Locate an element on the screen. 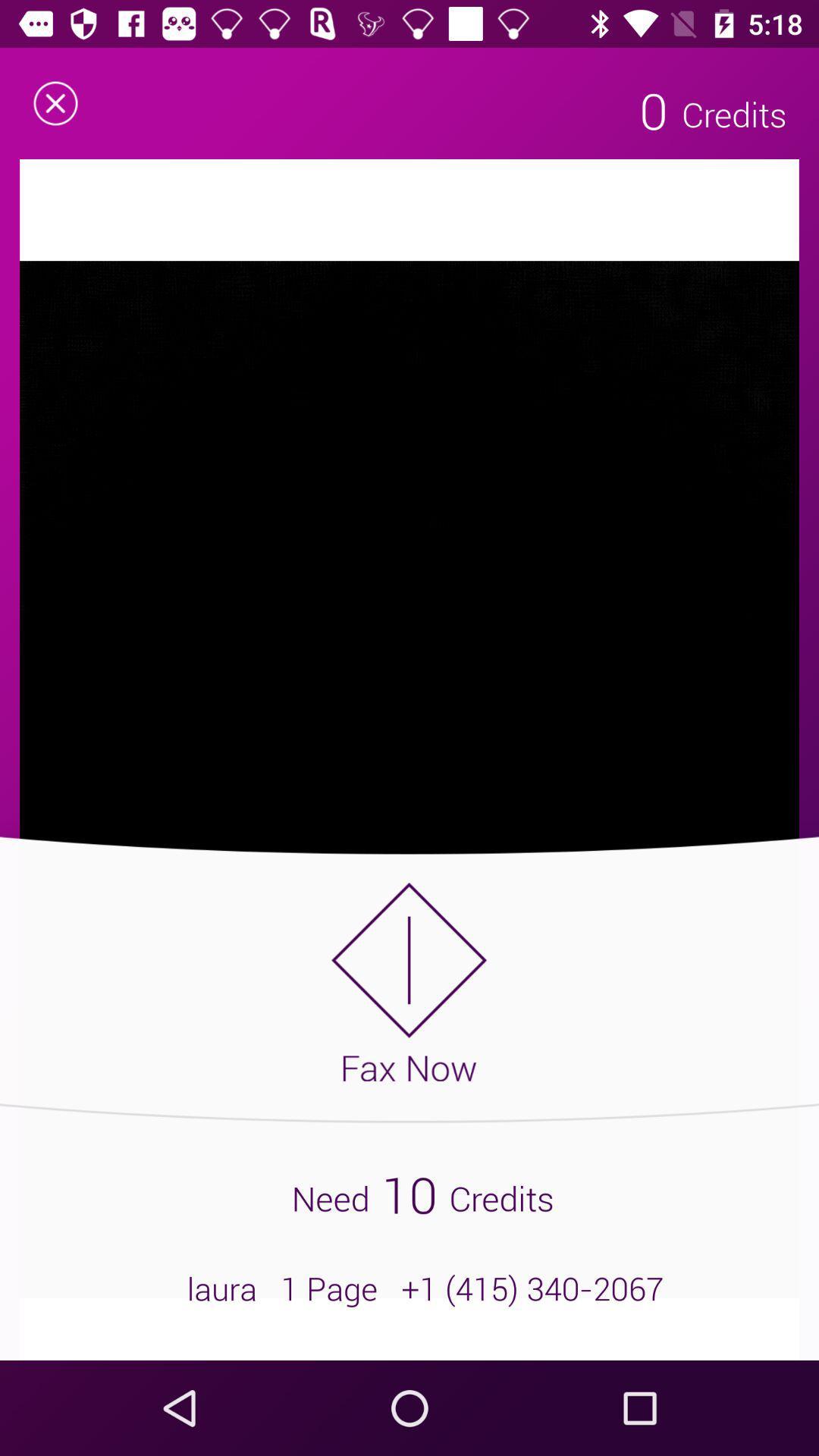  the app above the  10 is located at coordinates (408, 981).